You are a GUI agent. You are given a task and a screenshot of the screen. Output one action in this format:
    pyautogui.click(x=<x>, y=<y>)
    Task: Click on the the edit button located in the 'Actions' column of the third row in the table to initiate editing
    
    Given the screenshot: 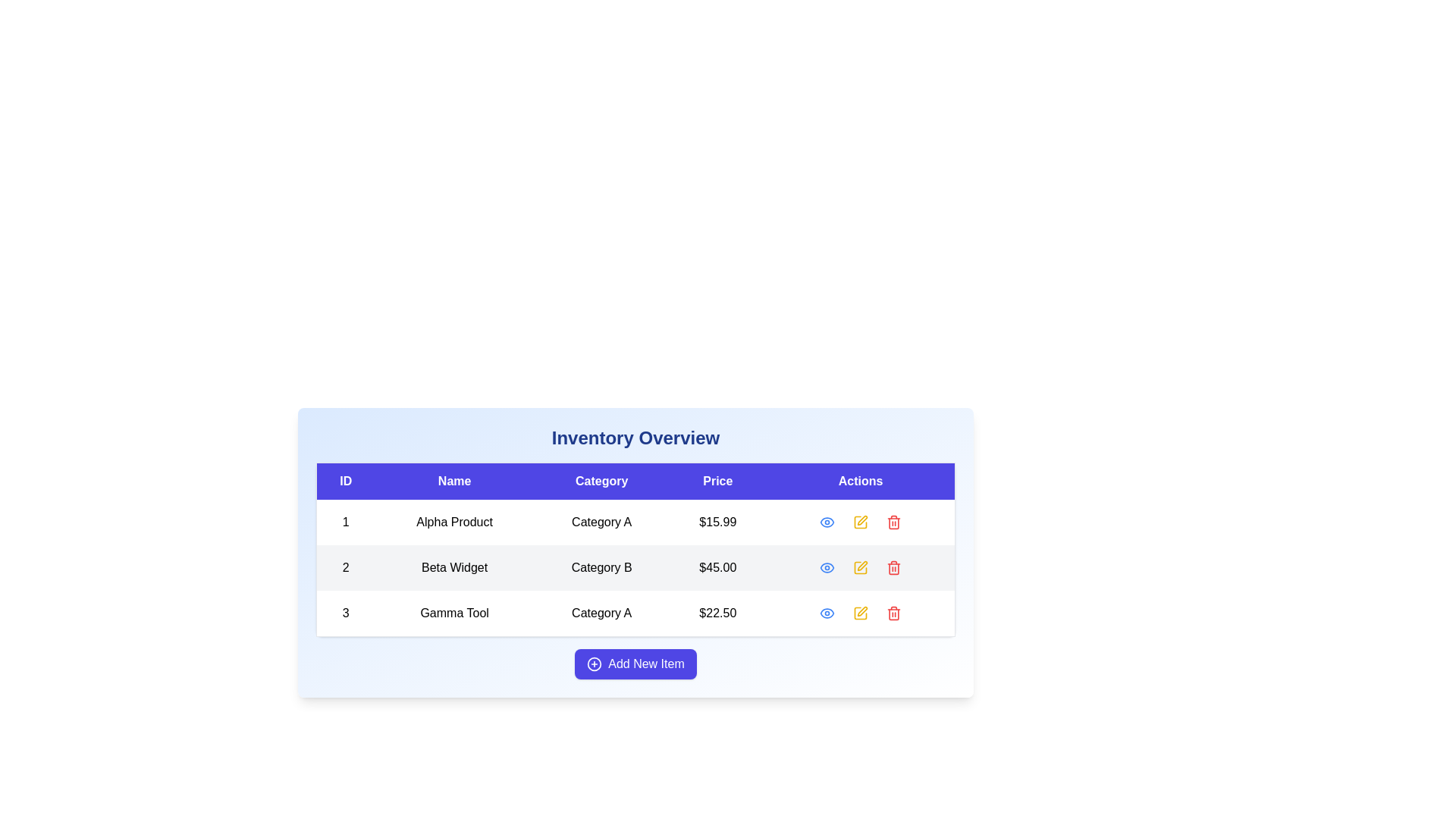 What is the action you would take?
    pyautogui.click(x=861, y=613)
    